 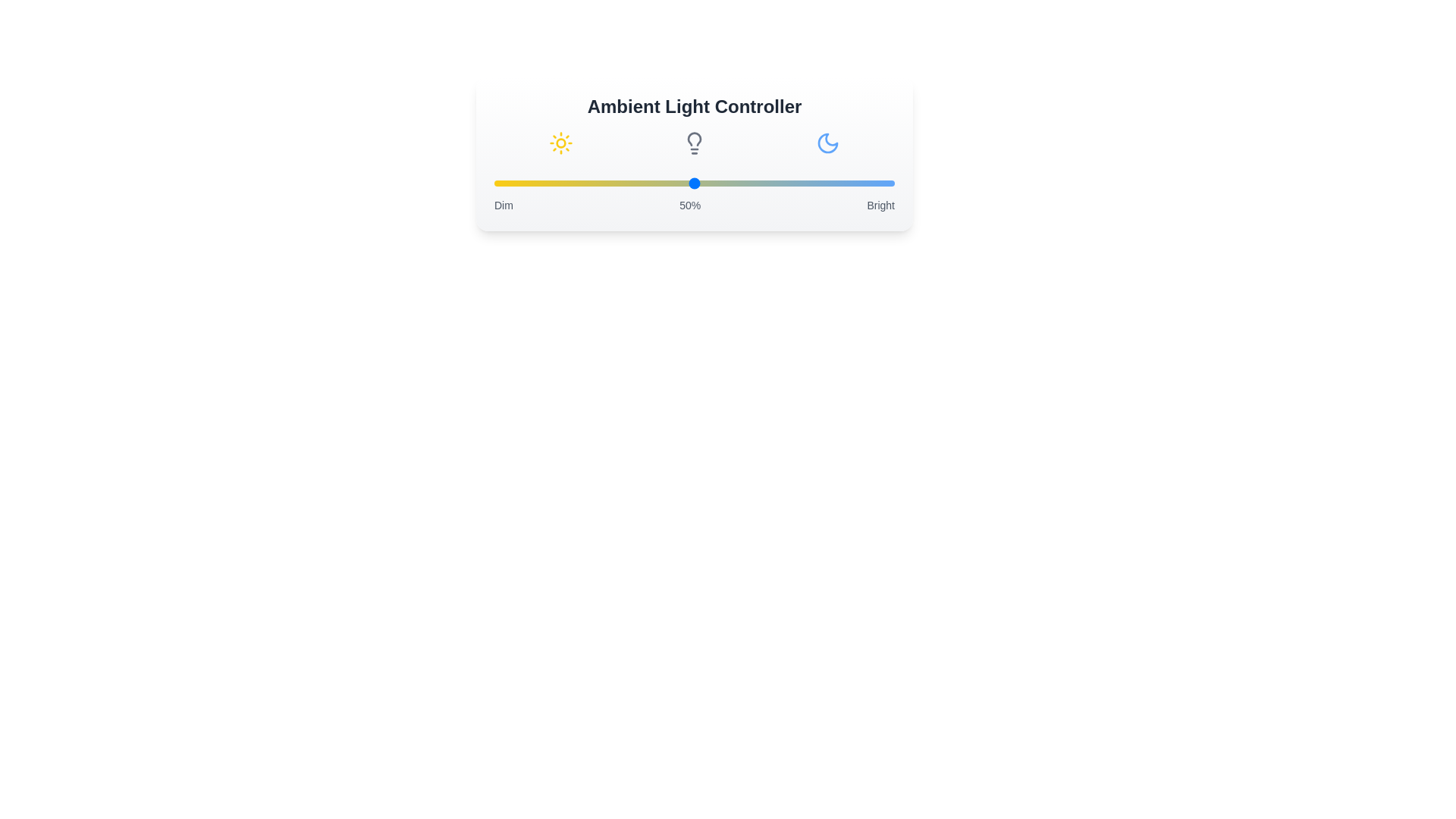 What do you see at coordinates (826, 183) in the screenshot?
I see `the light intensity to 83% by moving the slider` at bounding box center [826, 183].